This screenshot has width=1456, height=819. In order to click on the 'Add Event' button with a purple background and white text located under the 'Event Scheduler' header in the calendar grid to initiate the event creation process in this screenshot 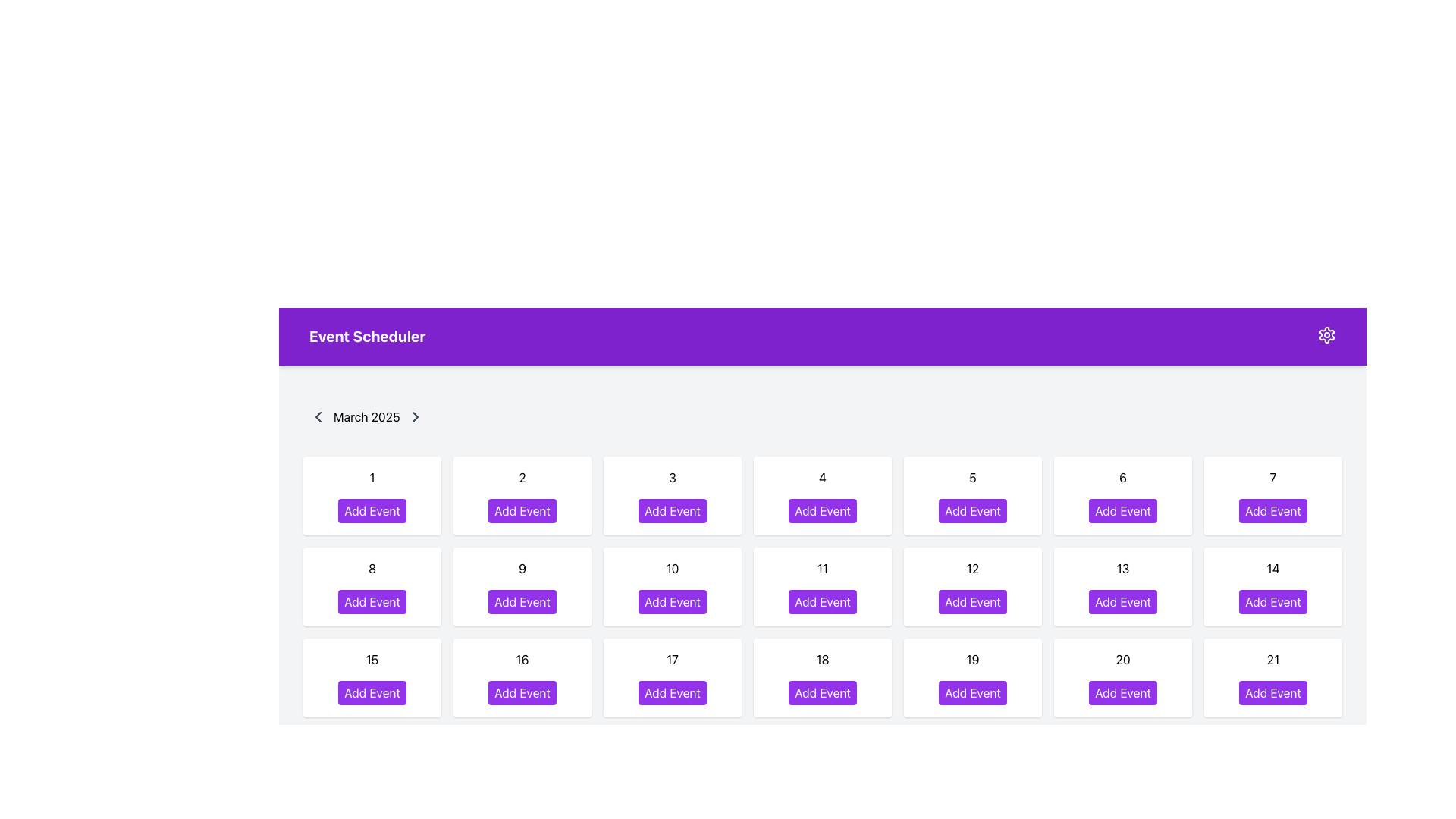, I will do `click(1273, 511)`.